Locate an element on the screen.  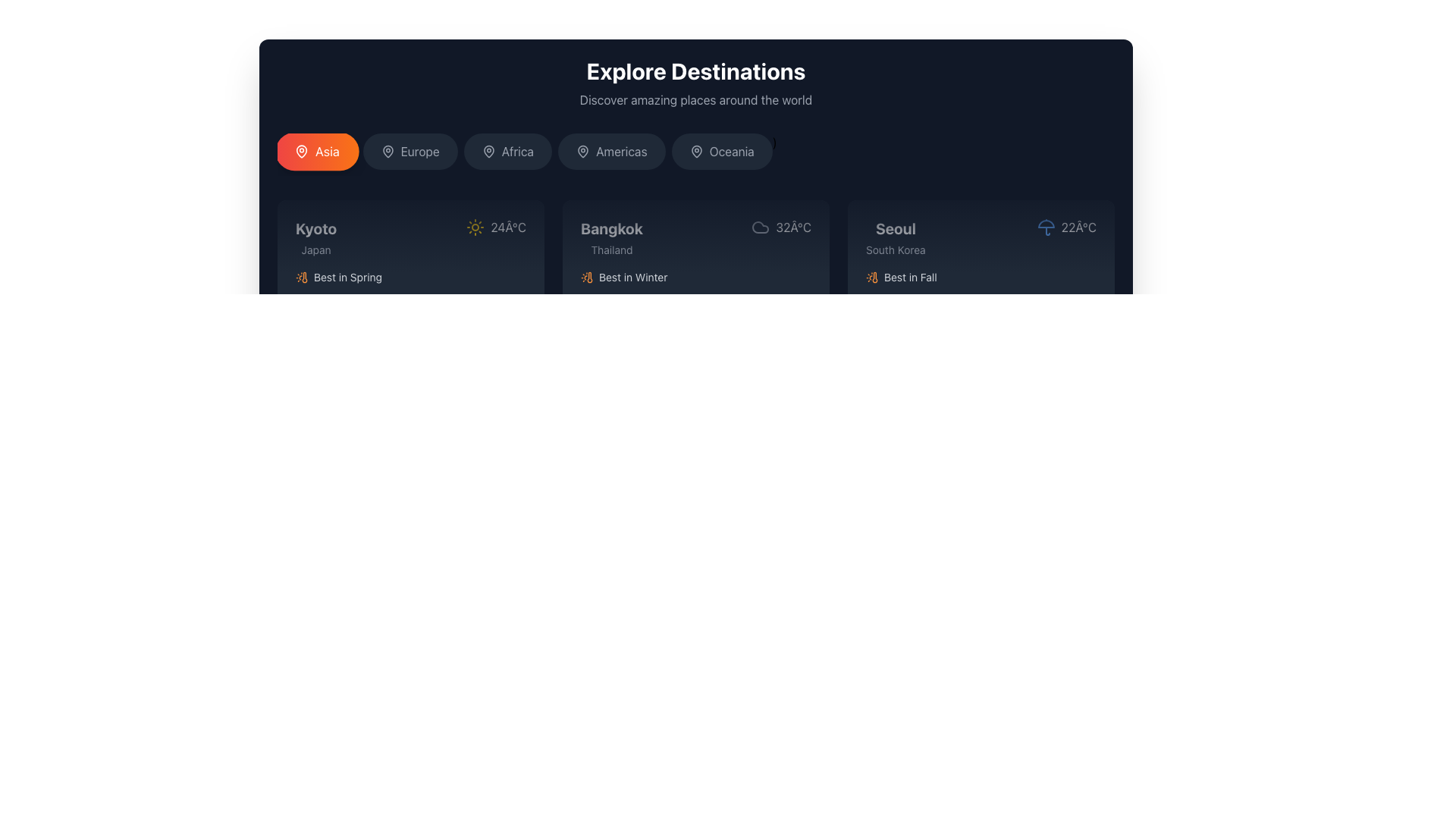
the third card on the right in the horizontally arranged grid is located at coordinates (981, 284).